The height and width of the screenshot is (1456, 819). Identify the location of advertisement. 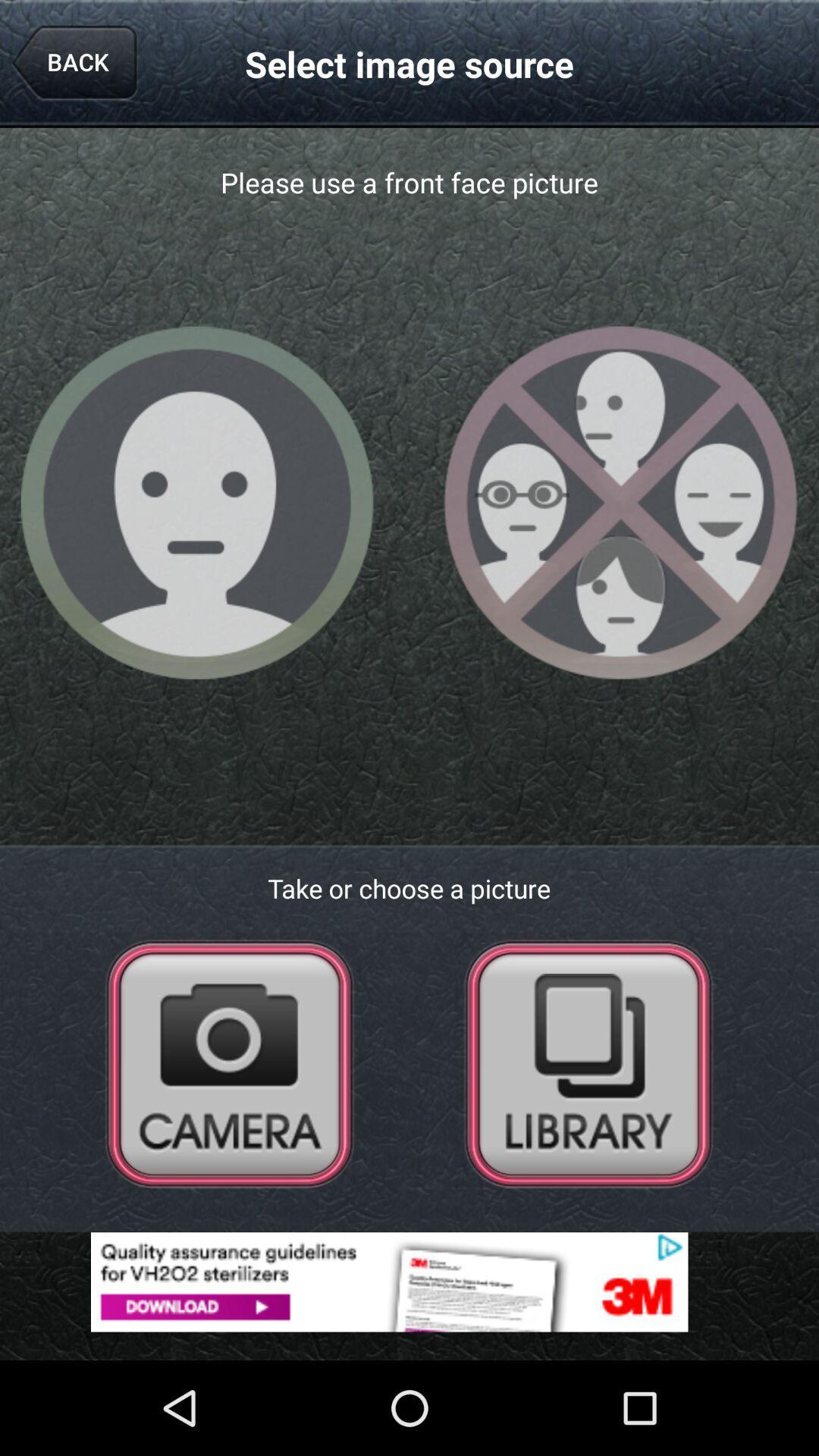
(409, 1281).